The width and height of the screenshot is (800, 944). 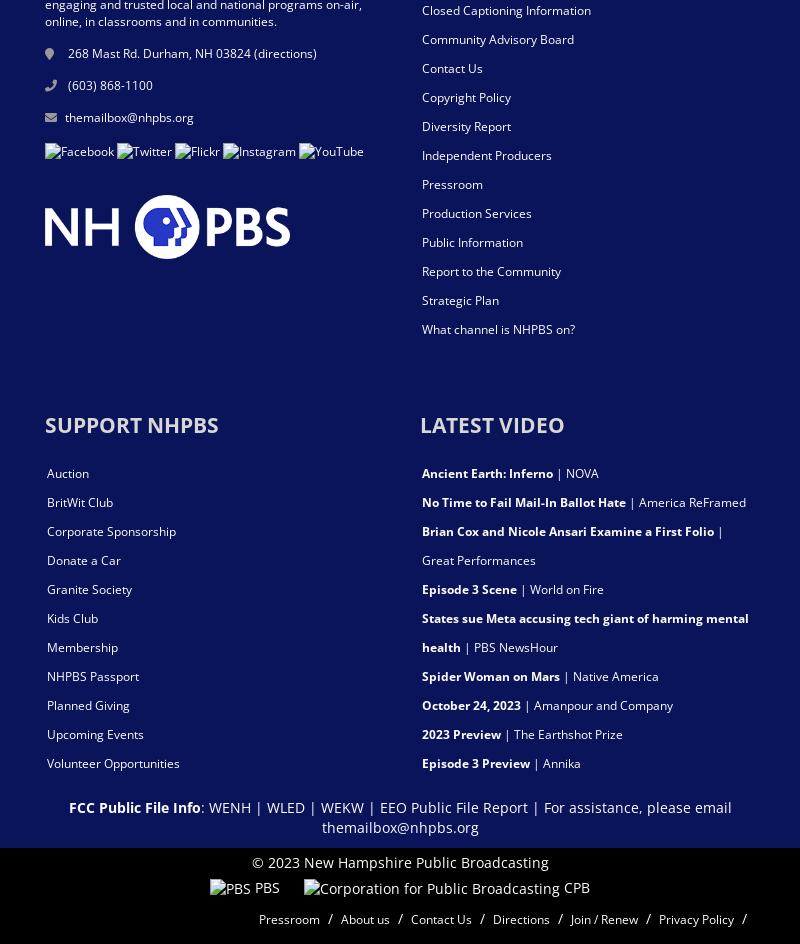 I want to click on 'No Time to Fail  Mail-In Ballot Hate', so click(x=523, y=501).